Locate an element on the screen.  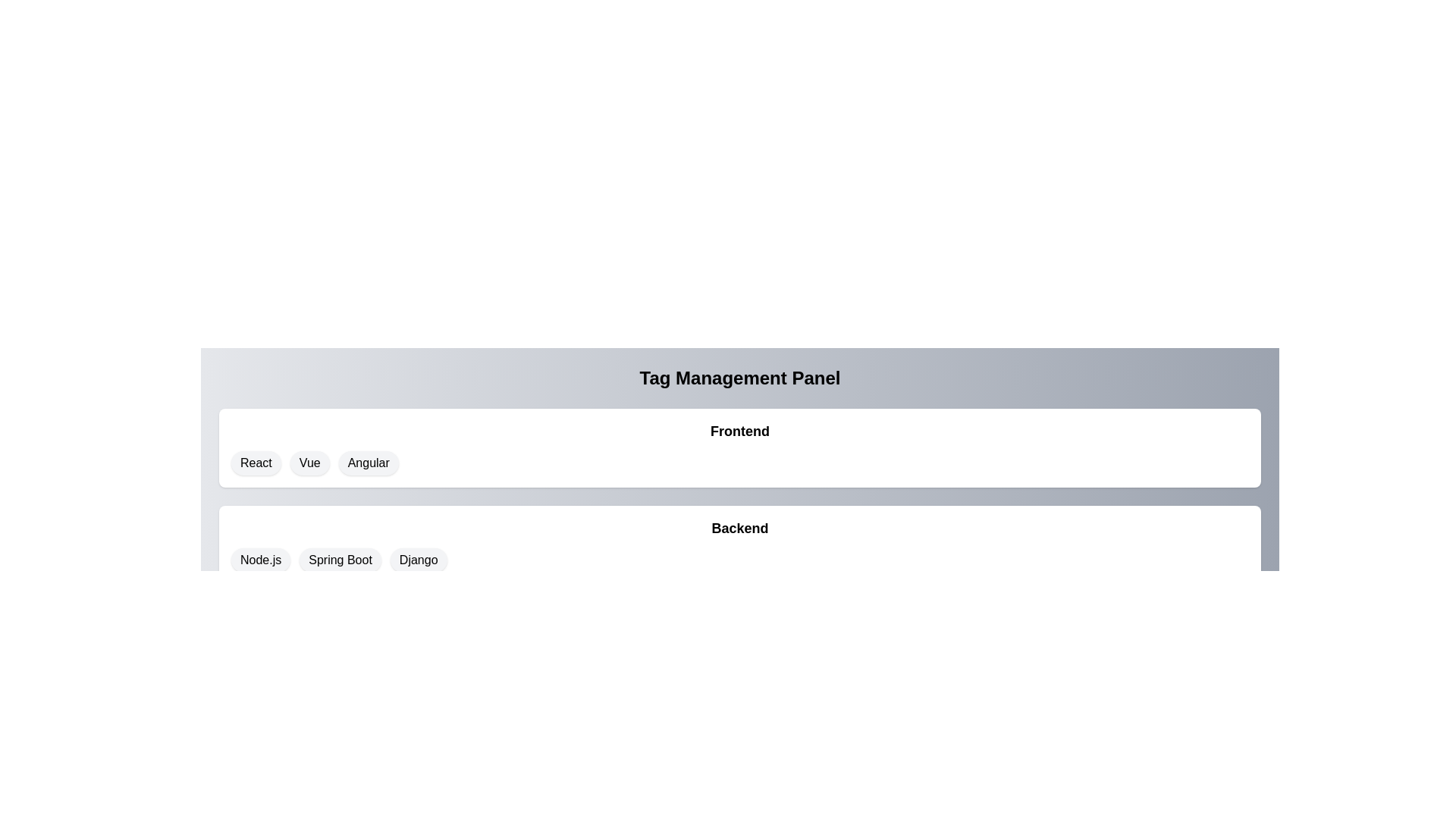
the 'Angular' button in the 'Tag Management Panel' is located at coordinates (369, 462).